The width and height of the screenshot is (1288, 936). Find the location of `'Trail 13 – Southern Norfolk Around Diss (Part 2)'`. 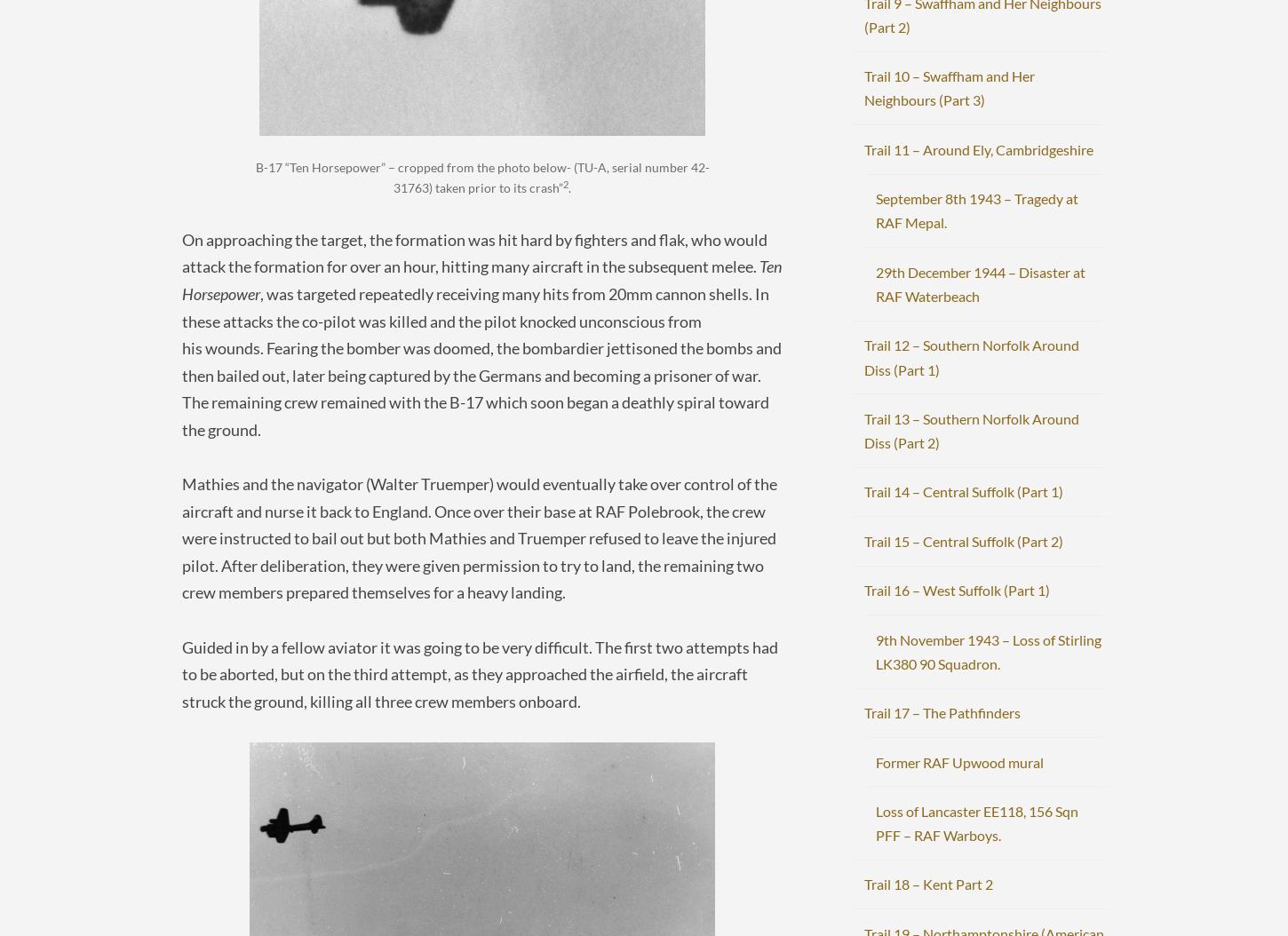

'Trail 13 – Southern Norfolk Around Diss (Part 2)' is located at coordinates (970, 429).